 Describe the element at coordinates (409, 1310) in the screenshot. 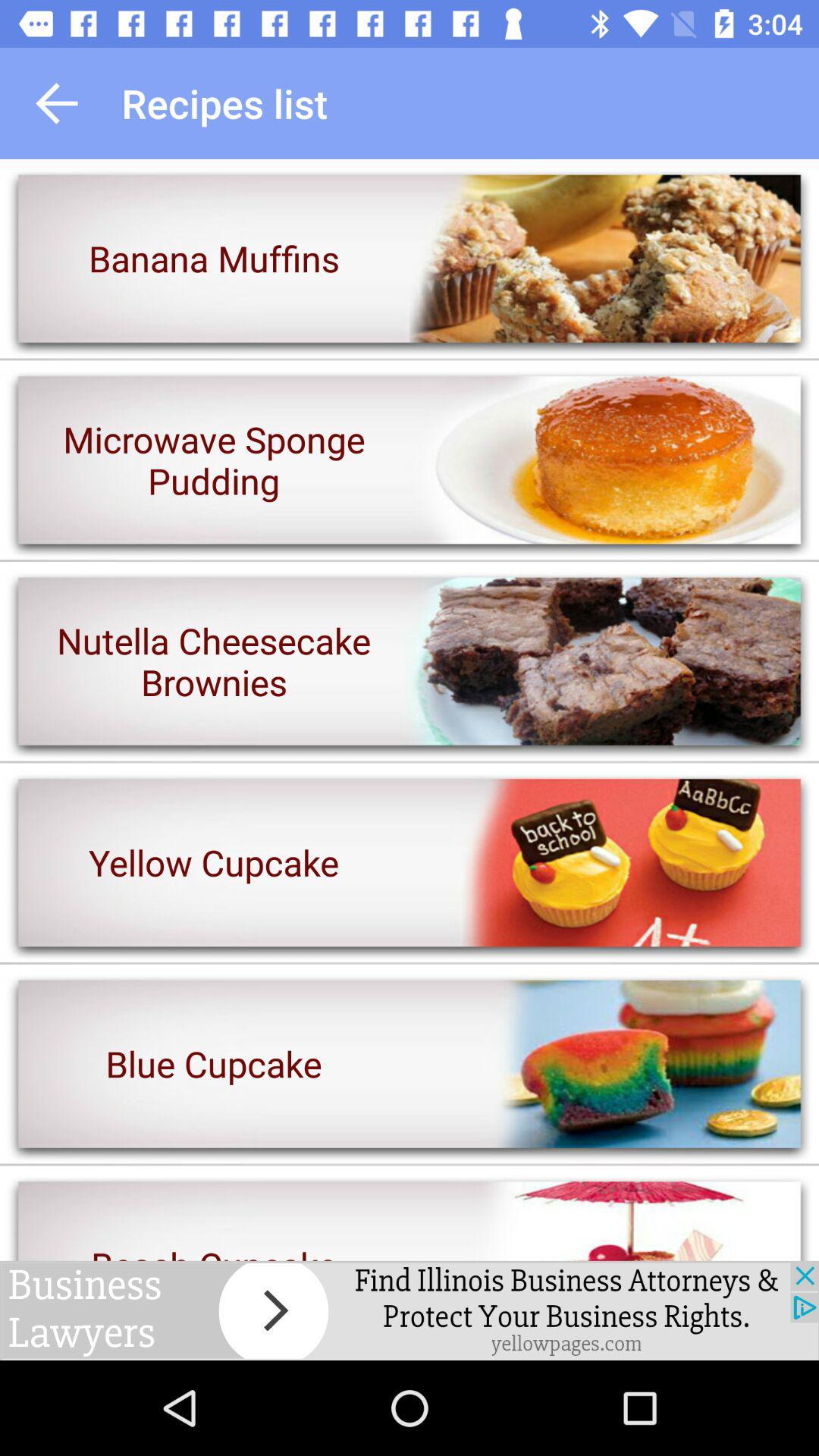

I see `advertisement` at that location.